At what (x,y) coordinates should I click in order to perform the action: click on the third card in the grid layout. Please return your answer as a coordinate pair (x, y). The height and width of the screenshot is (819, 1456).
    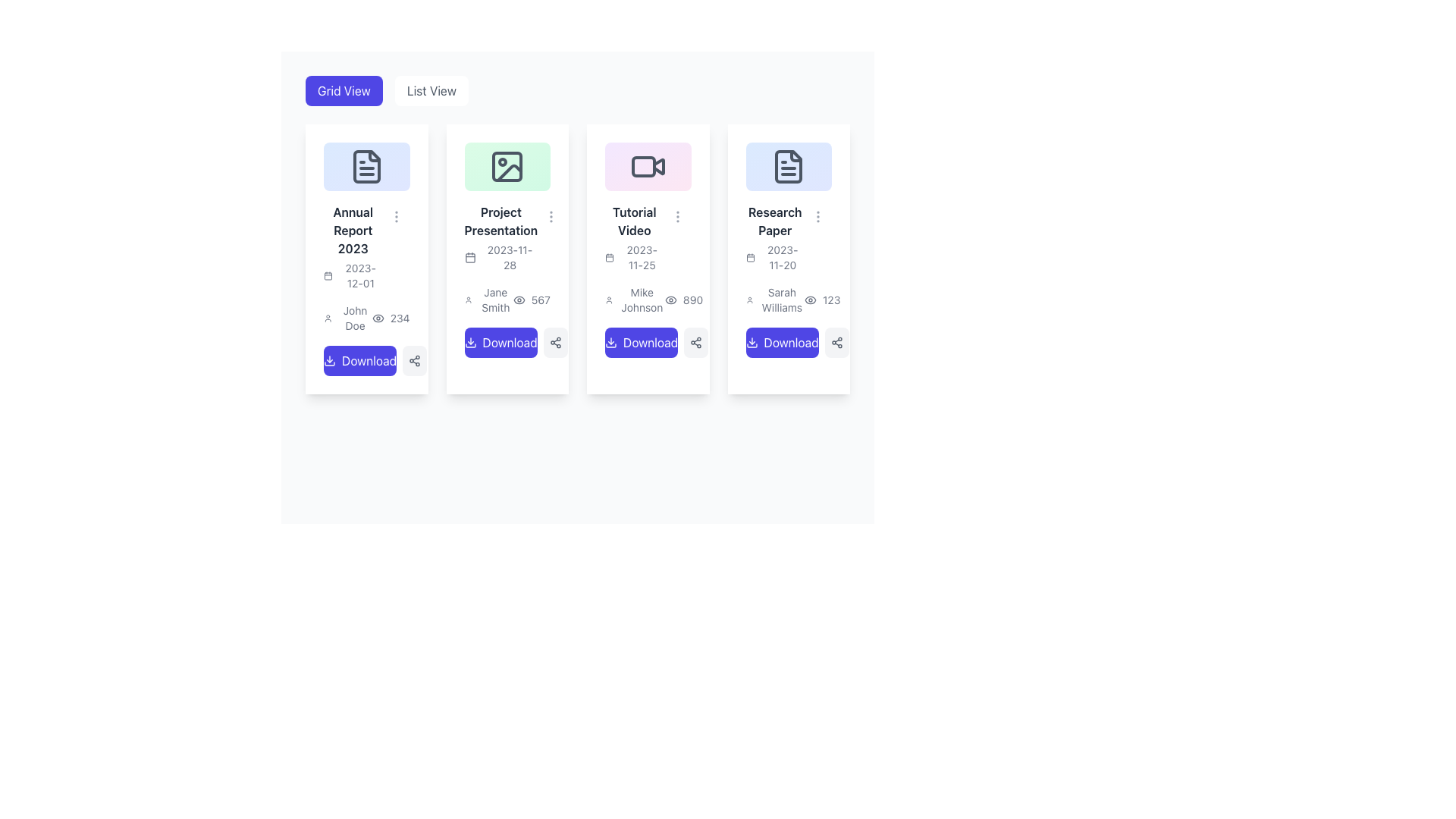
    Looking at the image, I should click on (648, 258).